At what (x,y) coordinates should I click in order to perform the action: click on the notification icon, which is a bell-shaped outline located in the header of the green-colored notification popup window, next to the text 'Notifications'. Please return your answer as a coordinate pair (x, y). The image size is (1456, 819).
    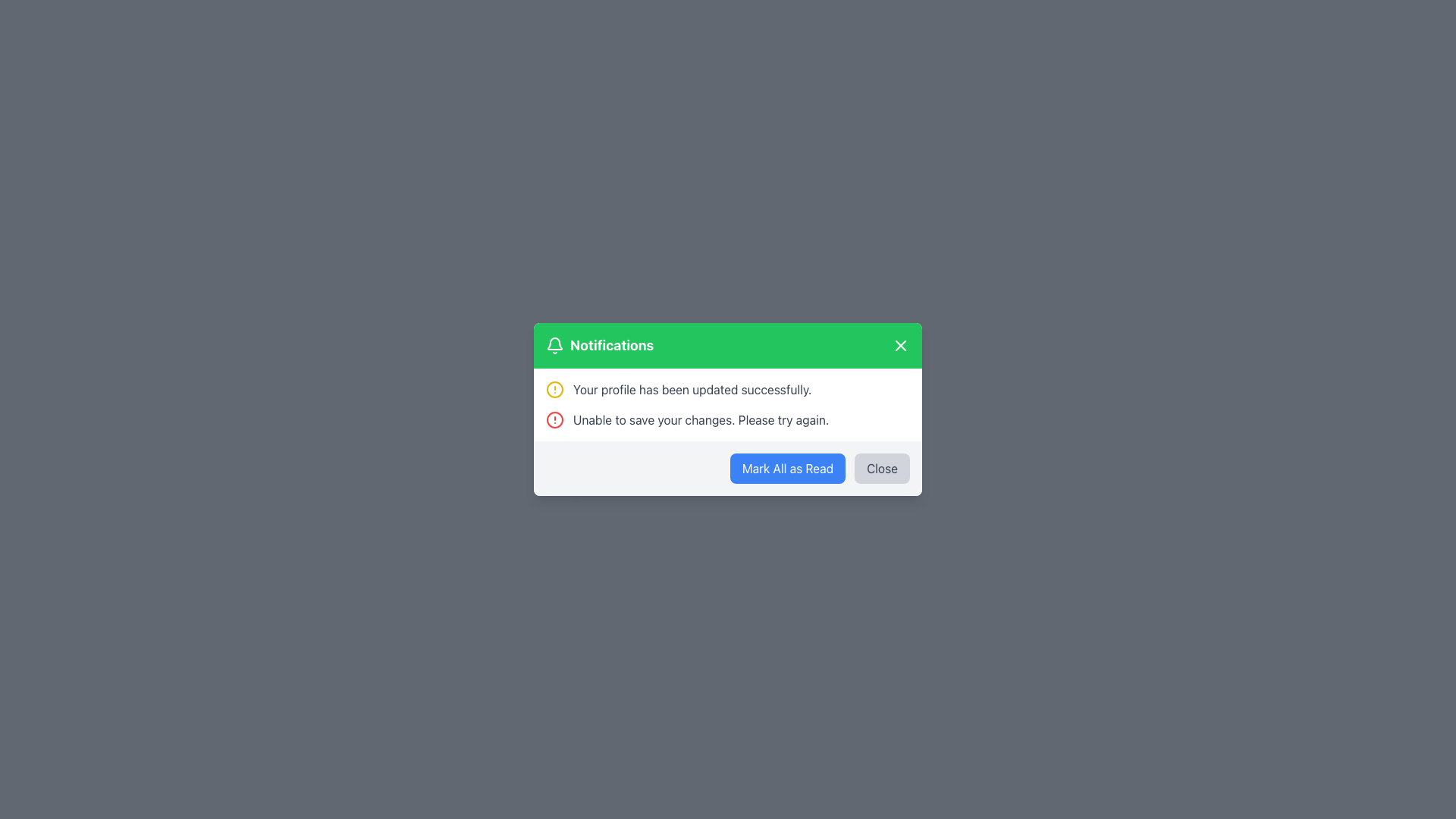
    Looking at the image, I should click on (554, 344).